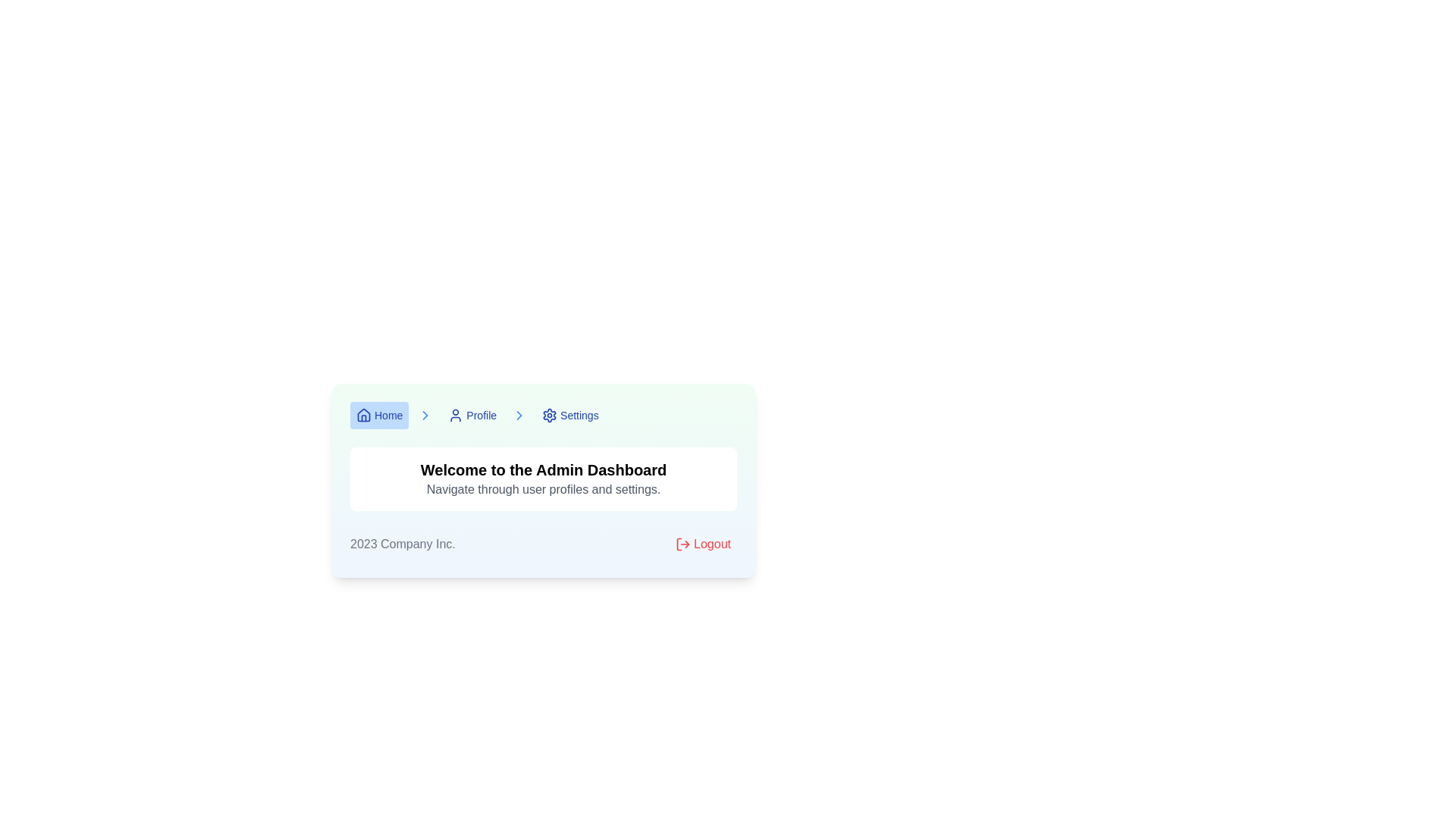 Image resolution: width=1456 pixels, height=819 pixels. I want to click on text content displaying the phrase 'Navigate through user profiles and settings.' which is positioned below the title 'Welcome to the Admin Dashboard.', so click(543, 489).